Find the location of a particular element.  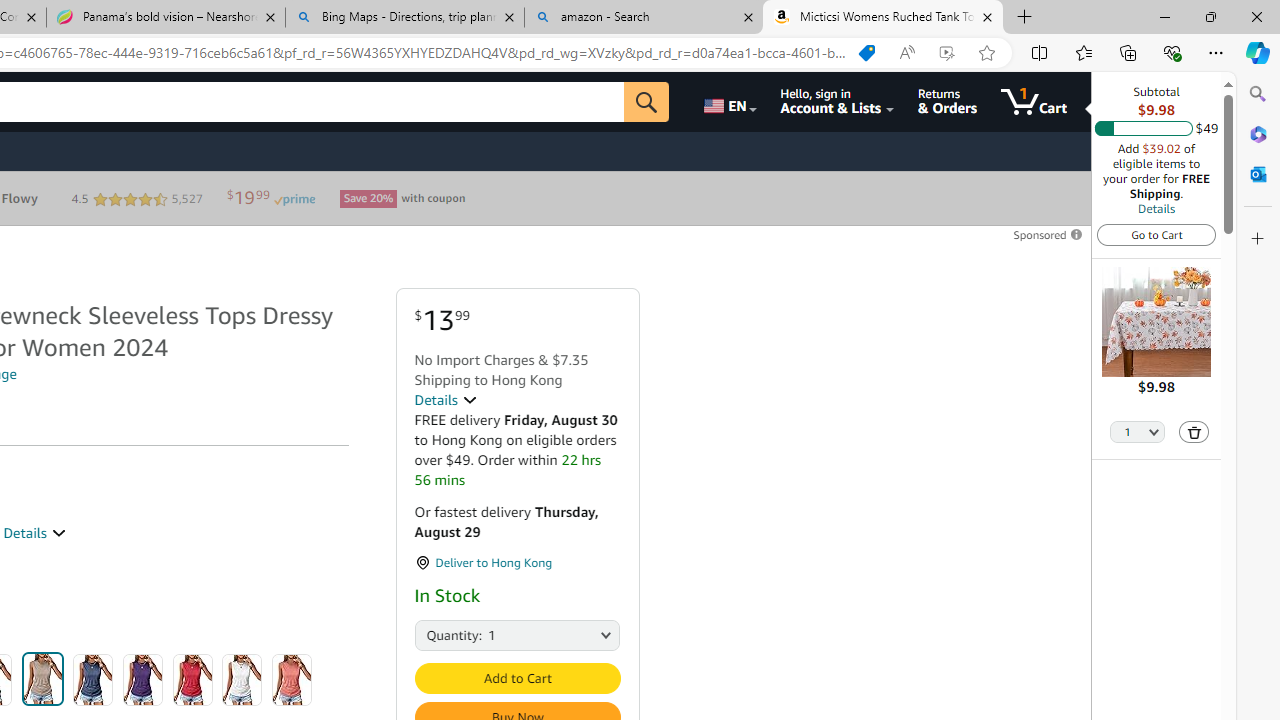

'Add to Cart' is located at coordinates (517, 677).